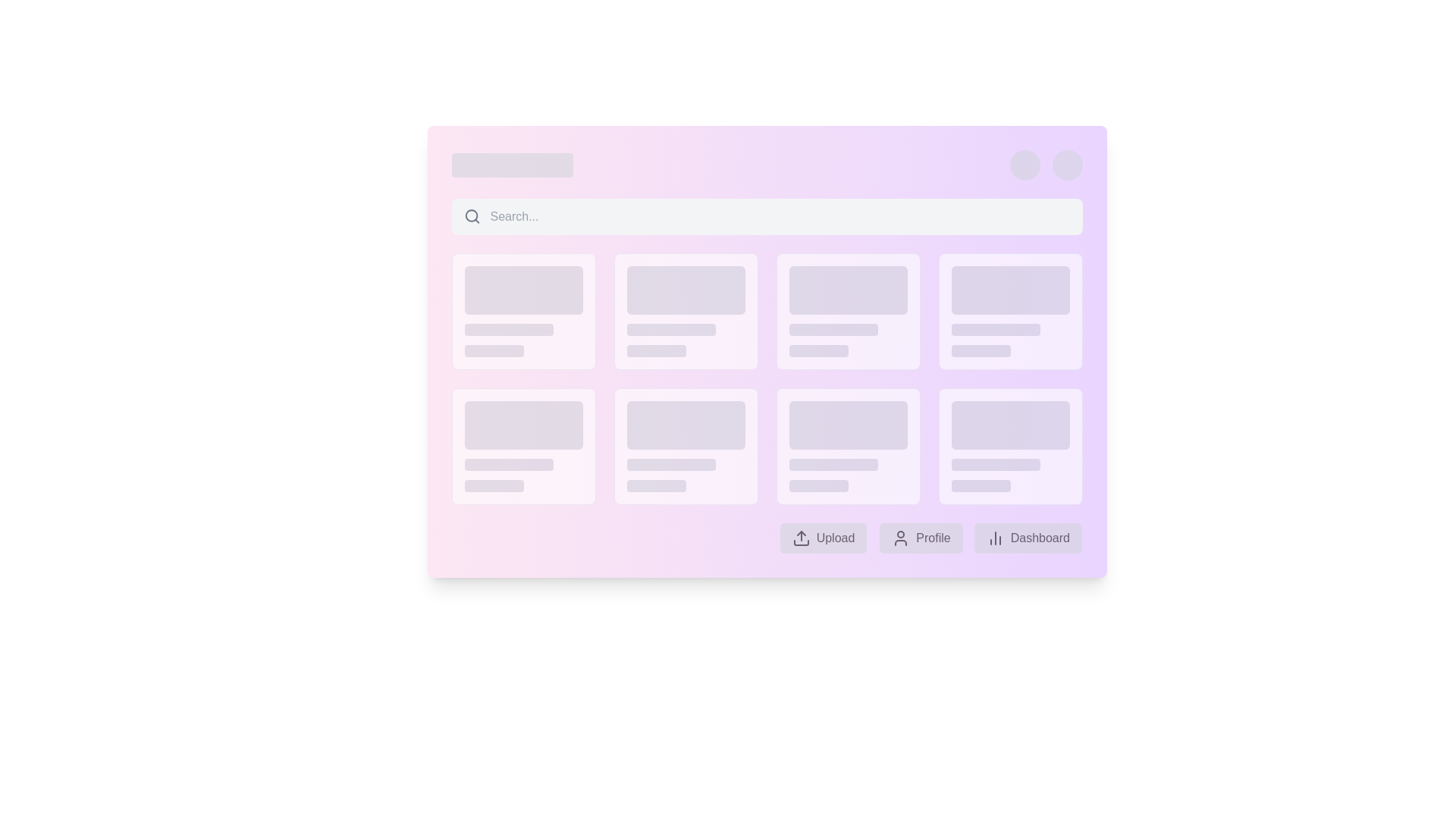 This screenshot has width=1456, height=819. Describe the element at coordinates (1045, 165) in the screenshot. I see `the Placeholder Graphics loading indicator located in the top-right section of the interface, which visually represents pending content` at that location.